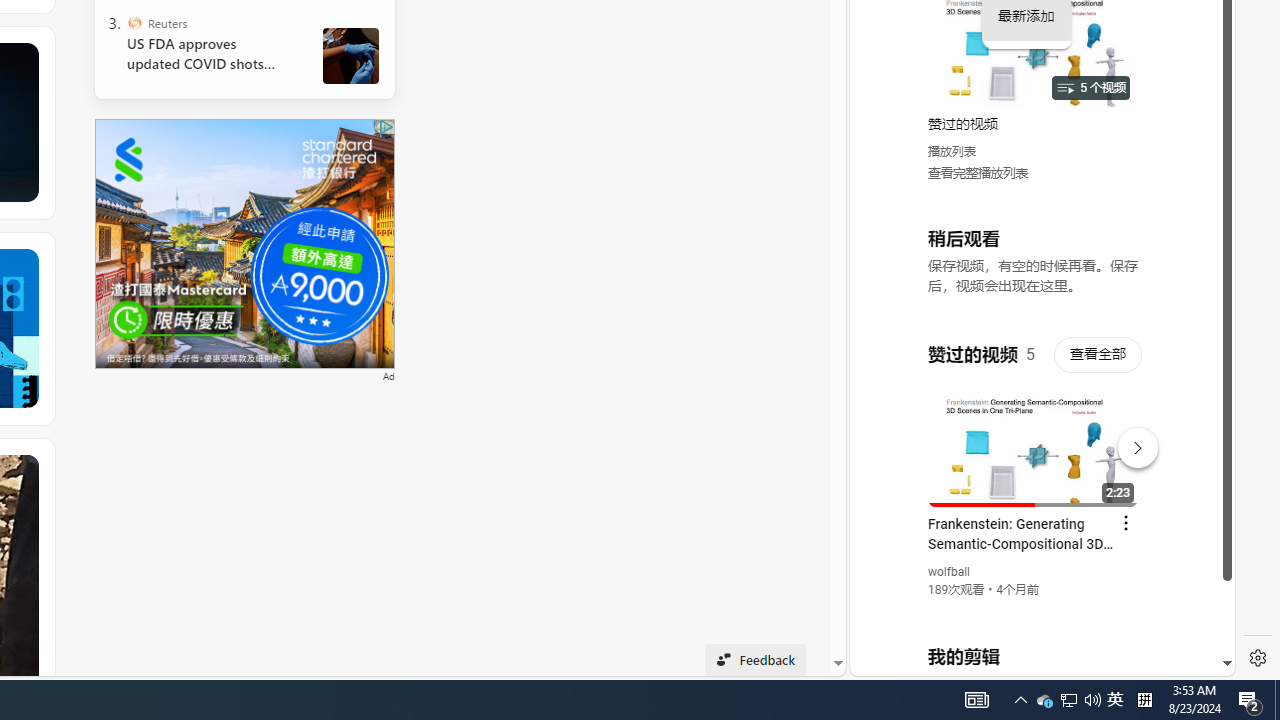 Image resolution: width=1280 pixels, height=720 pixels. What do you see at coordinates (1034, 608) in the screenshot?
I see `'you'` at bounding box center [1034, 608].